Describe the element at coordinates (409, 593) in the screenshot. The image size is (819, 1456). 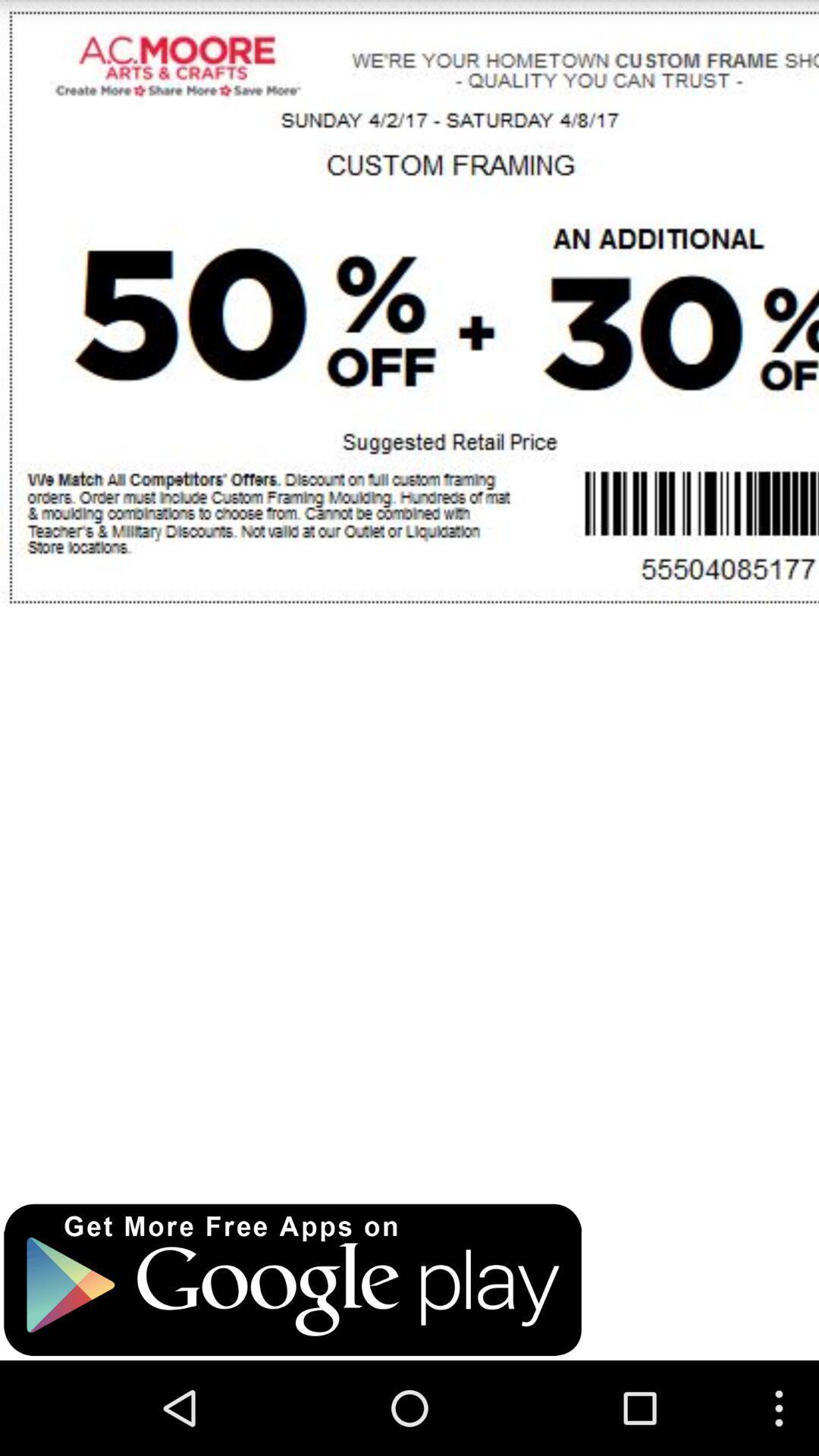
I see `total page` at that location.